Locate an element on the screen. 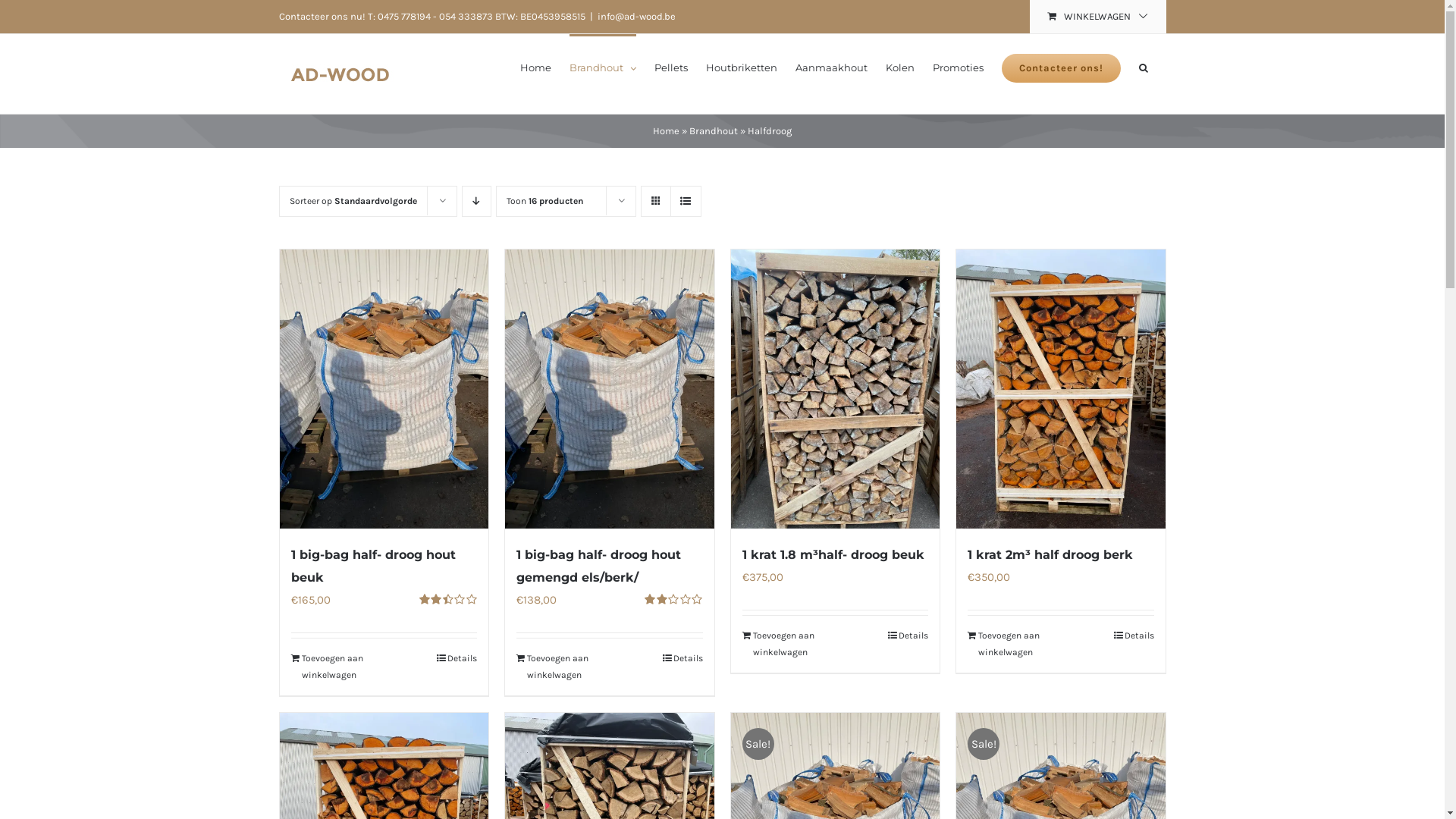  'Pellets' is located at coordinates (669, 66).